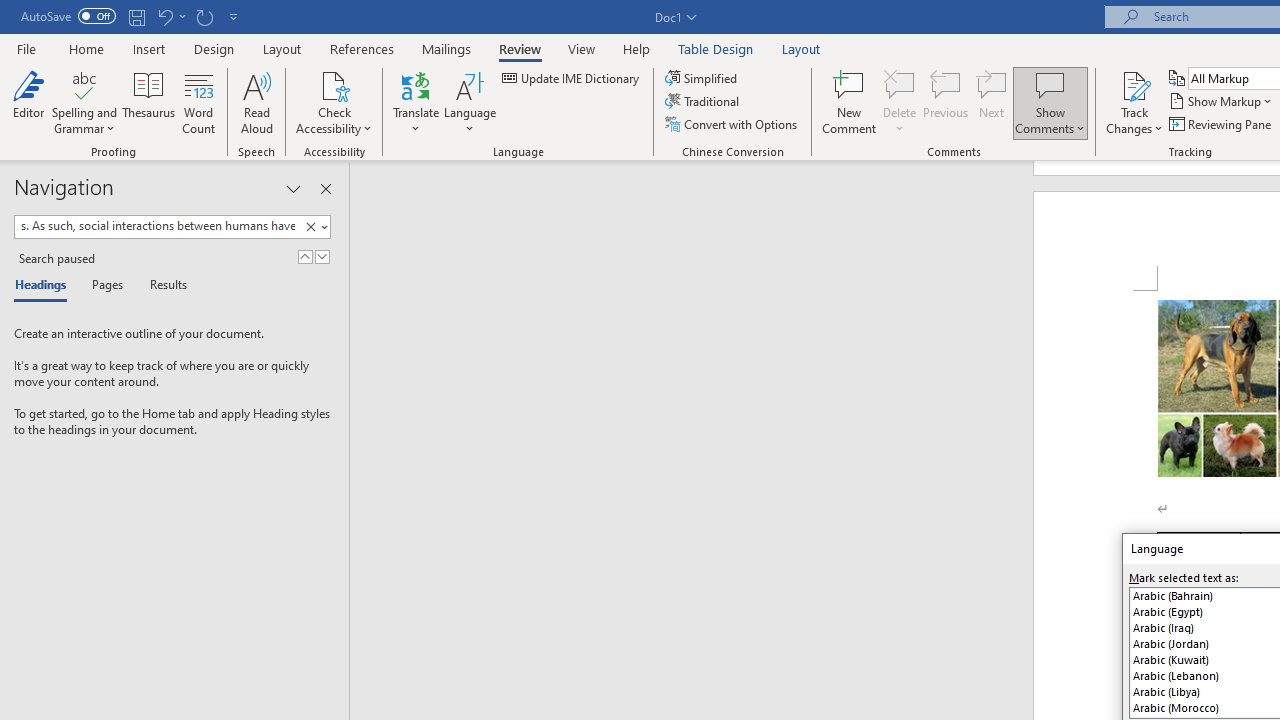 The image size is (1280, 720). What do you see at coordinates (415, 103) in the screenshot?
I see `'Translate'` at bounding box center [415, 103].